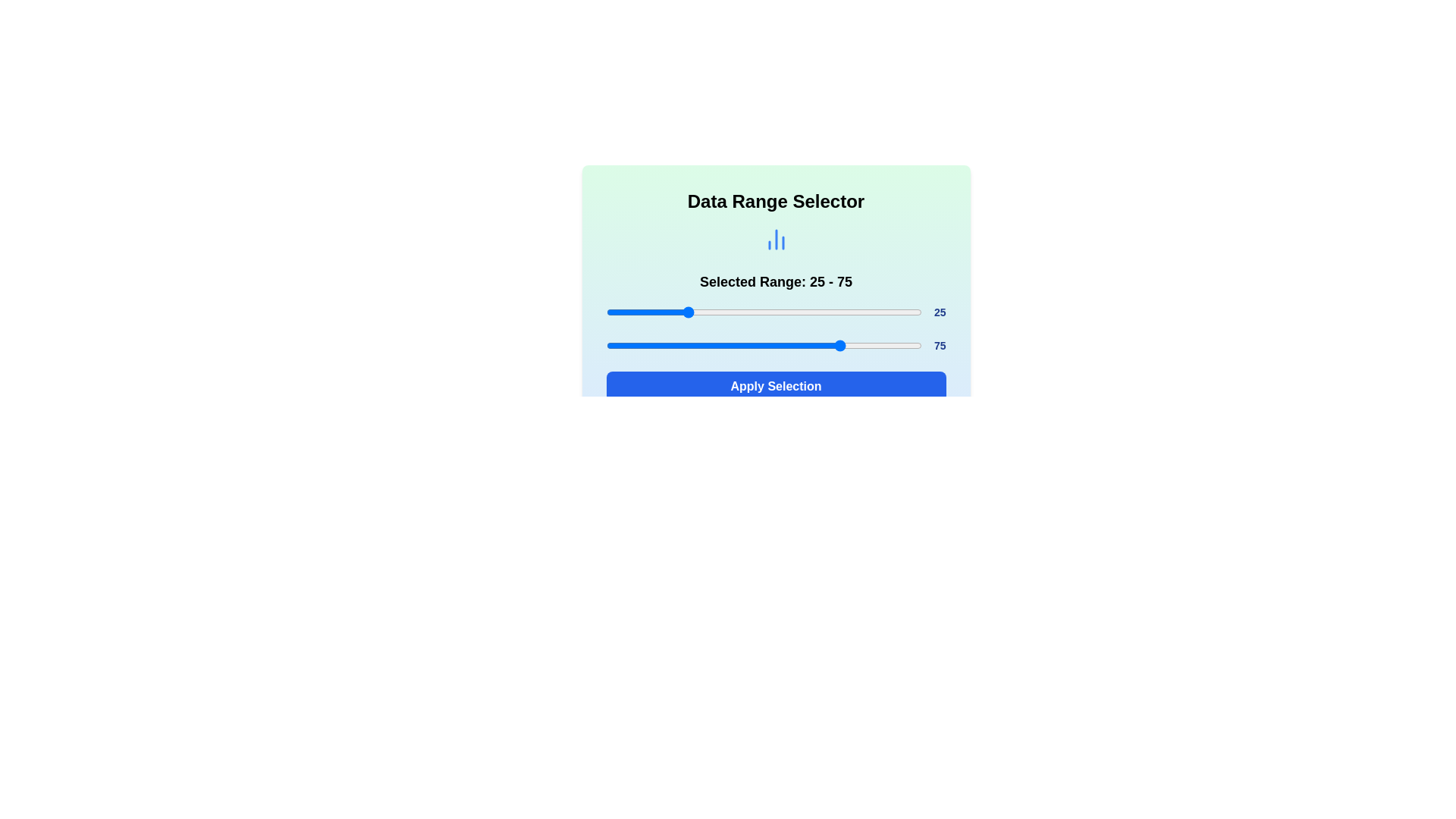 The width and height of the screenshot is (1456, 819). Describe the element at coordinates (687, 312) in the screenshot. I see `the slider to set its value to 26` at that location.